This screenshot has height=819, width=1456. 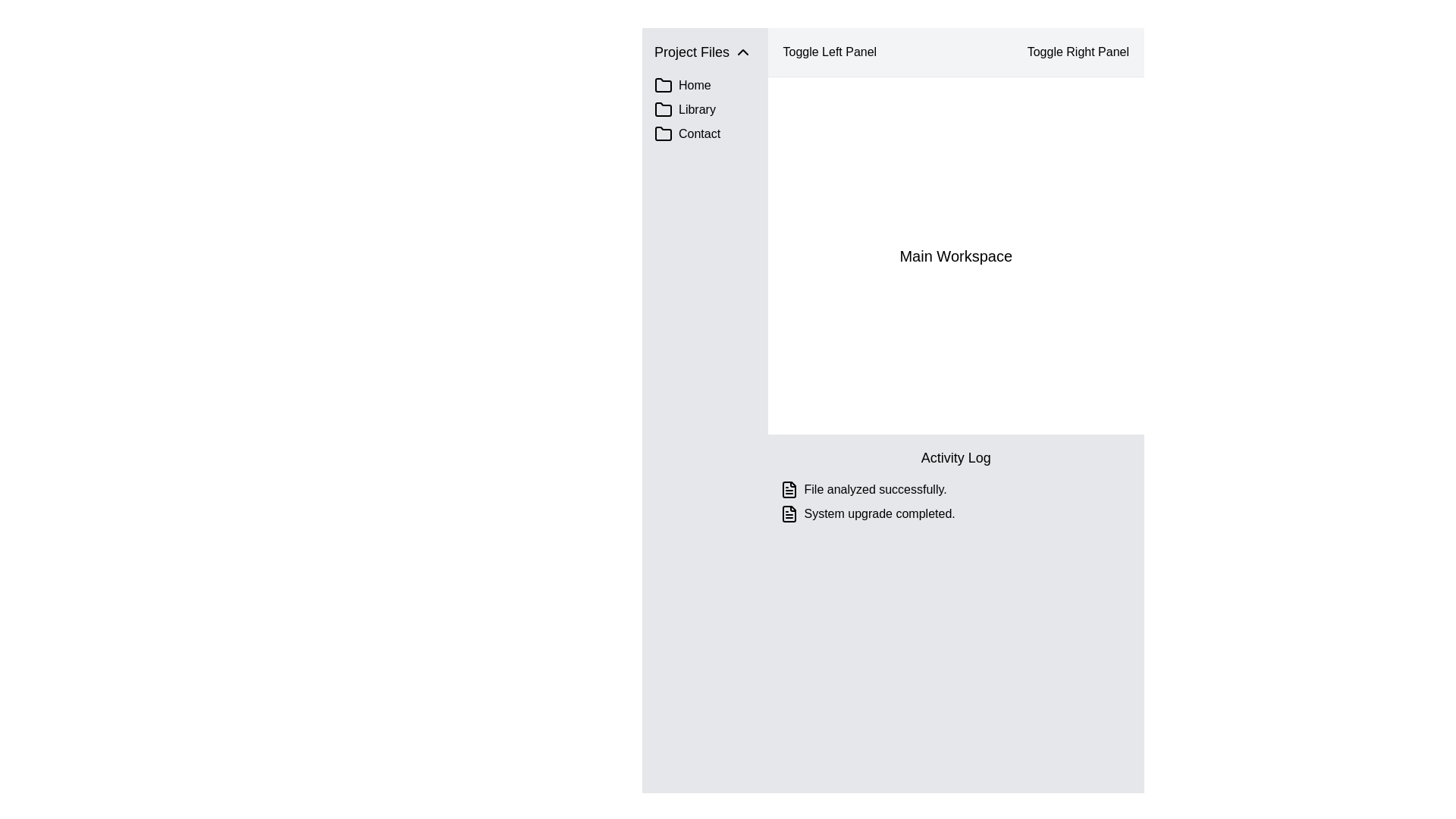 What do you see at coordinates (663, 109) in the screenshot?
I see `the folder icon representing the 'Library' section located in the left-side navigation panel, which is the second item under 'Project Files'` at bounding box center [663, 109].